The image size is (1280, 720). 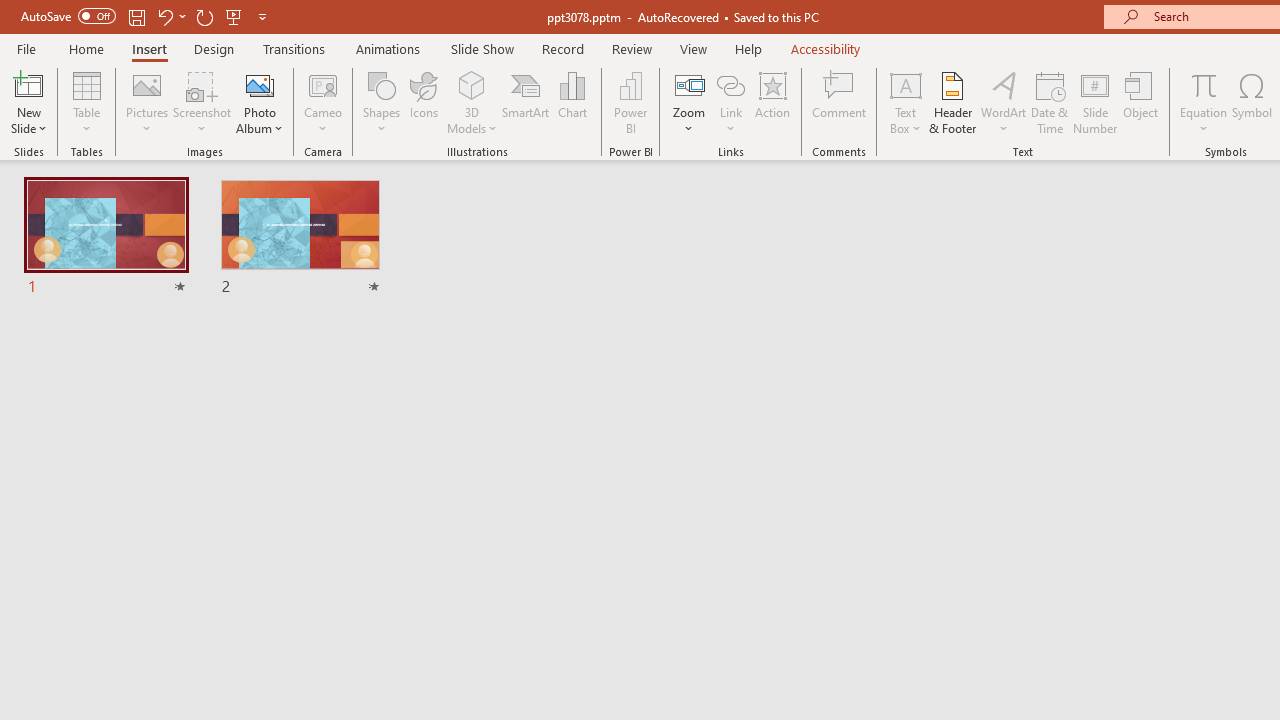 I want to click on 'New Photo Album...', so click(x=258, y=84).